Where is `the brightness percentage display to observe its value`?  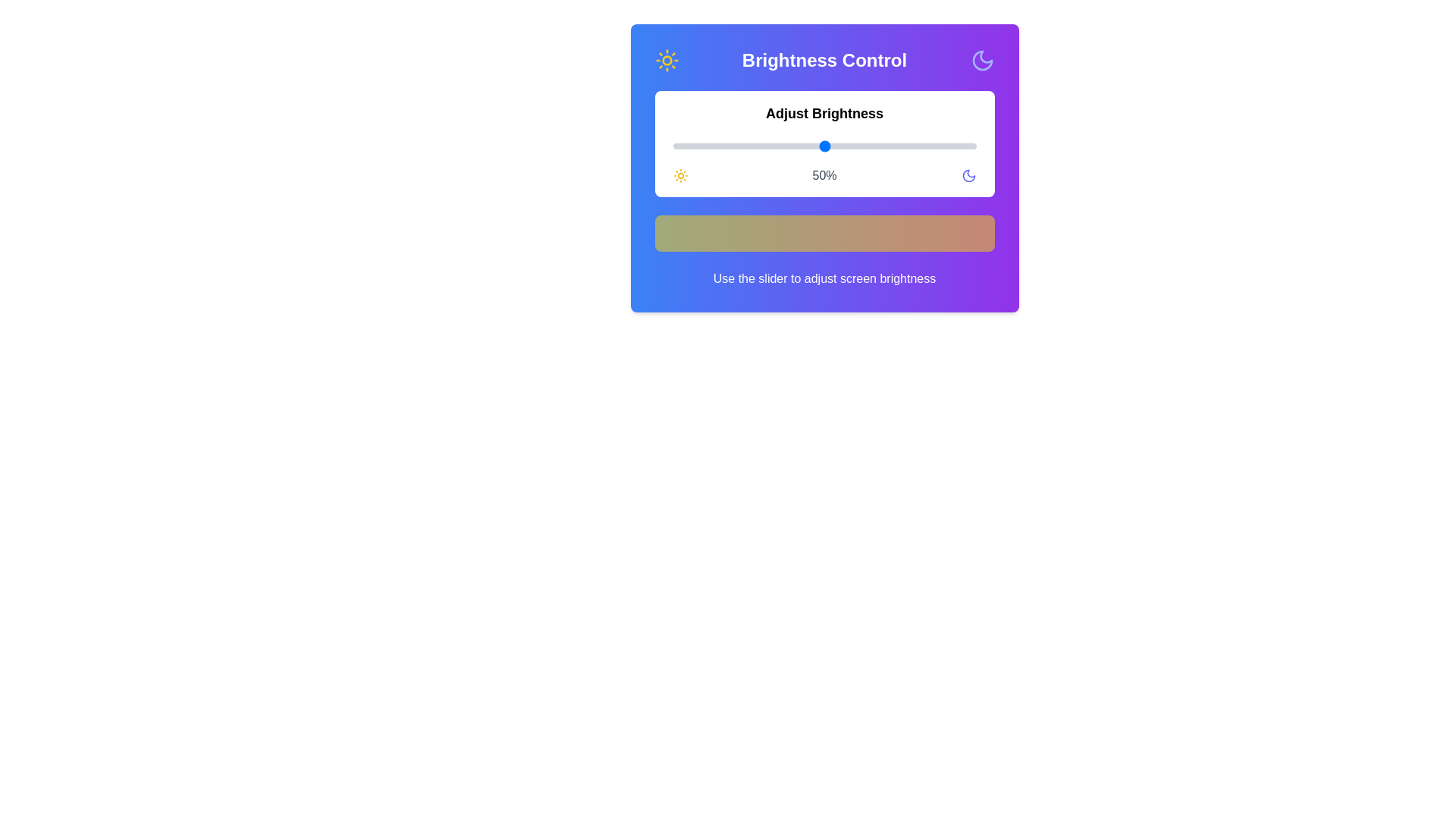
the brightness percentage display to observe its value is located at coordinates (824, 174).